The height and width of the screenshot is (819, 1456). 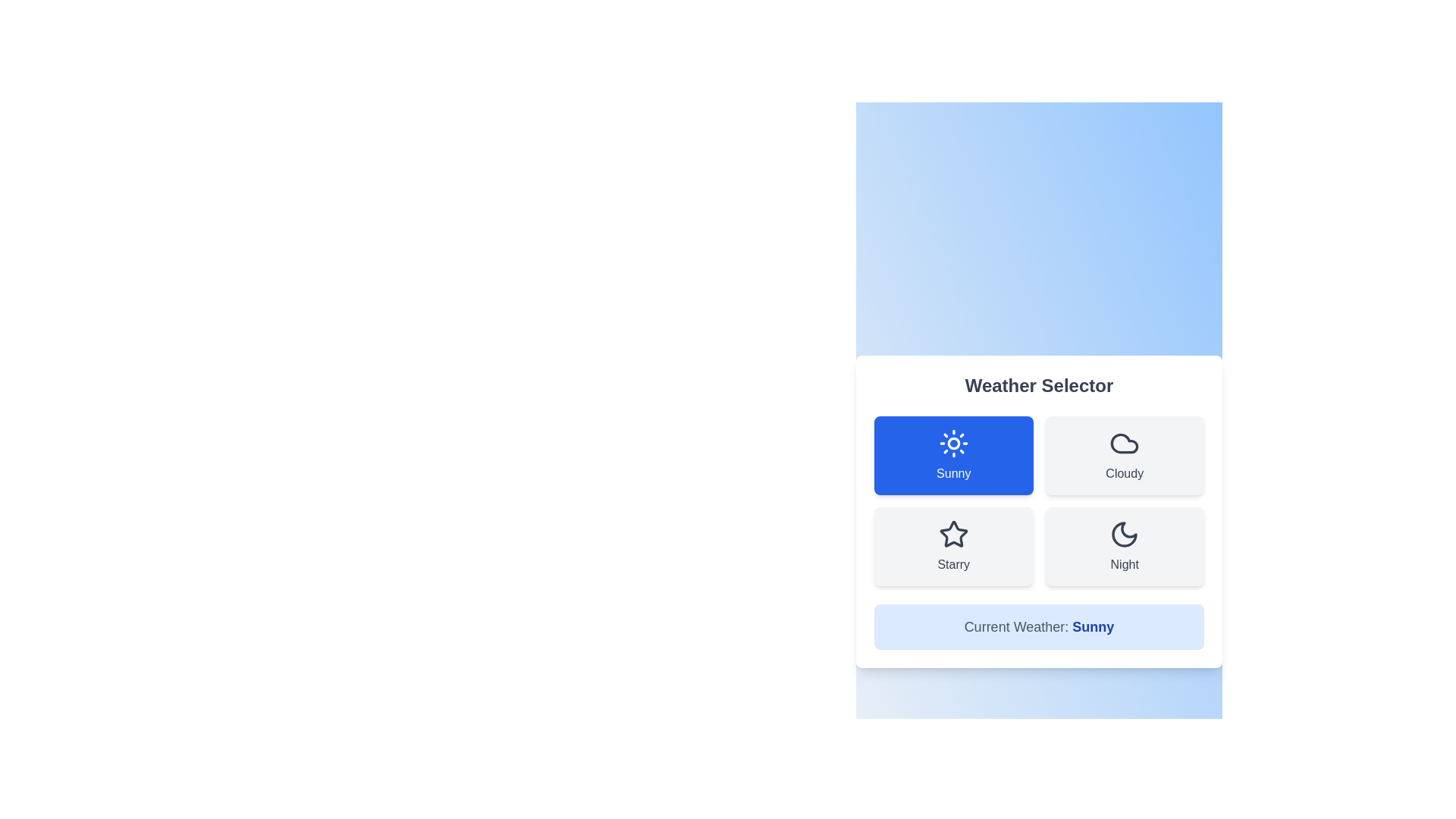 I want to click on the button labeled Starry to select it, so click(x=952, y=547).